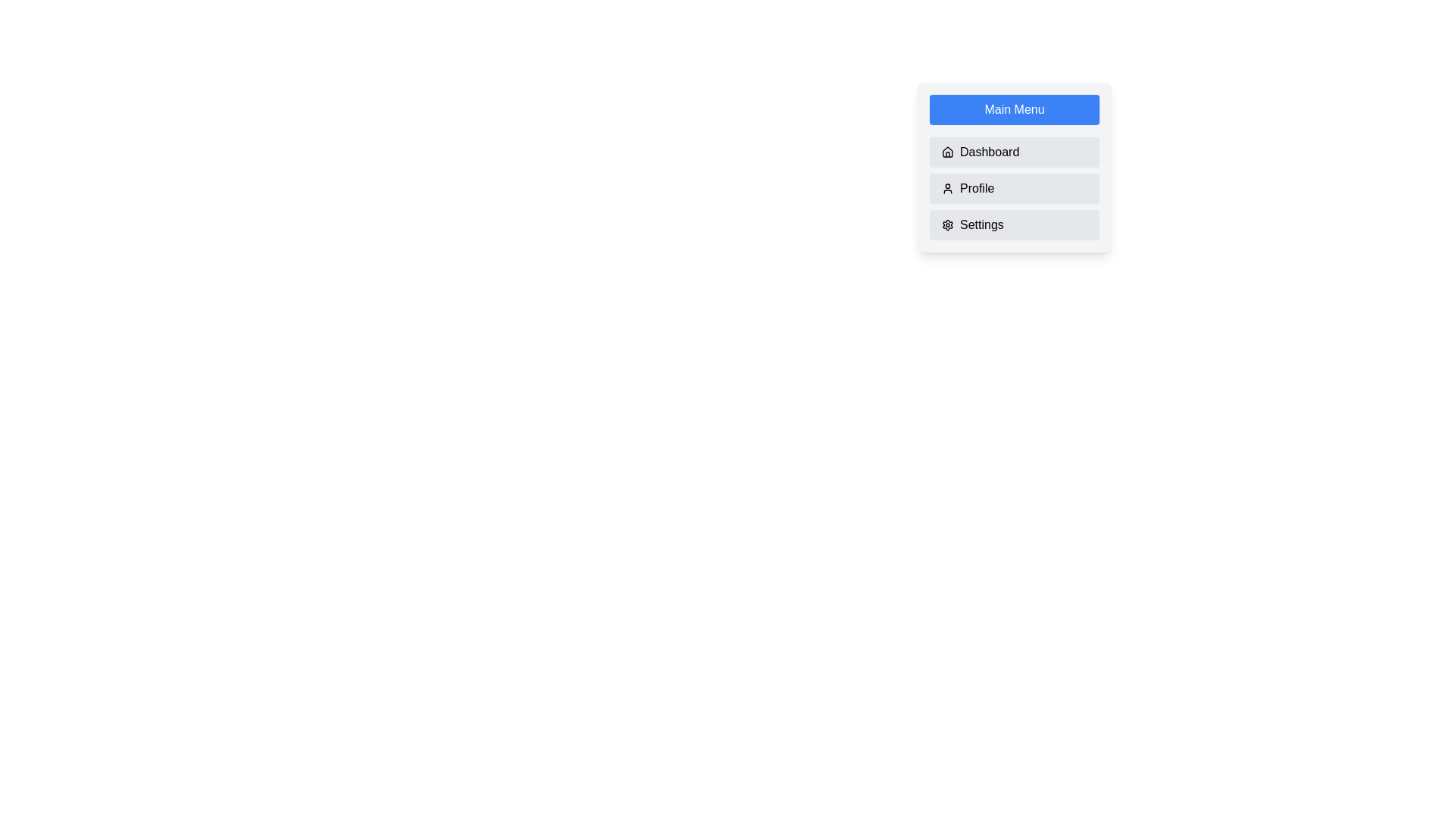 Image resolution: width=1456 pixels, height=819 pixels. Describe the element at coordinates (1015, 109) in the screenshot. I see `'Main Menu' button to toggle the menu visibility` at that location.